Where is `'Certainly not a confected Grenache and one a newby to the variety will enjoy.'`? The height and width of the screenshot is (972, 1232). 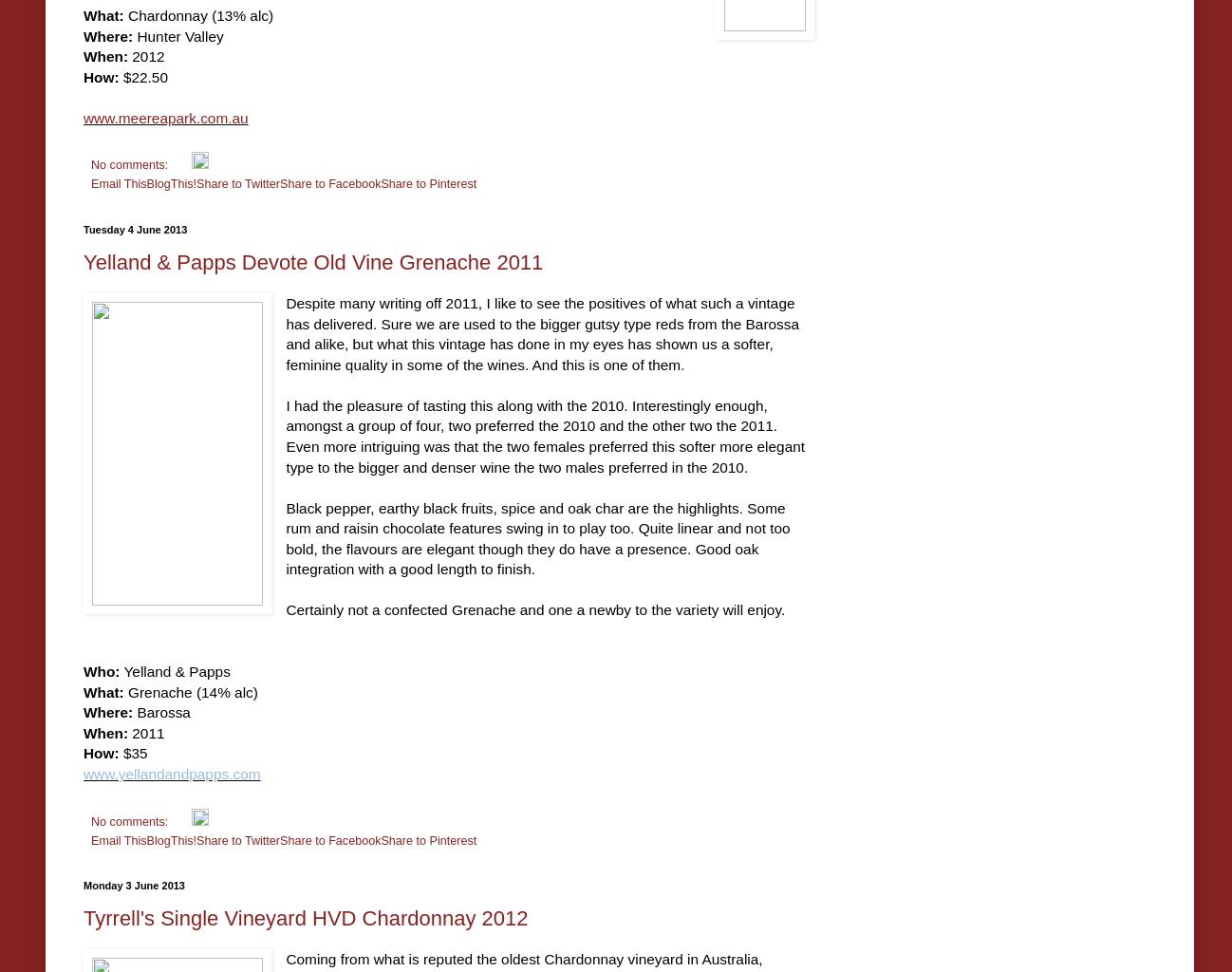
'Certainly not a confected Grenache and one a newby to the variety will enjoy.' is located at coordinates (533, 608).